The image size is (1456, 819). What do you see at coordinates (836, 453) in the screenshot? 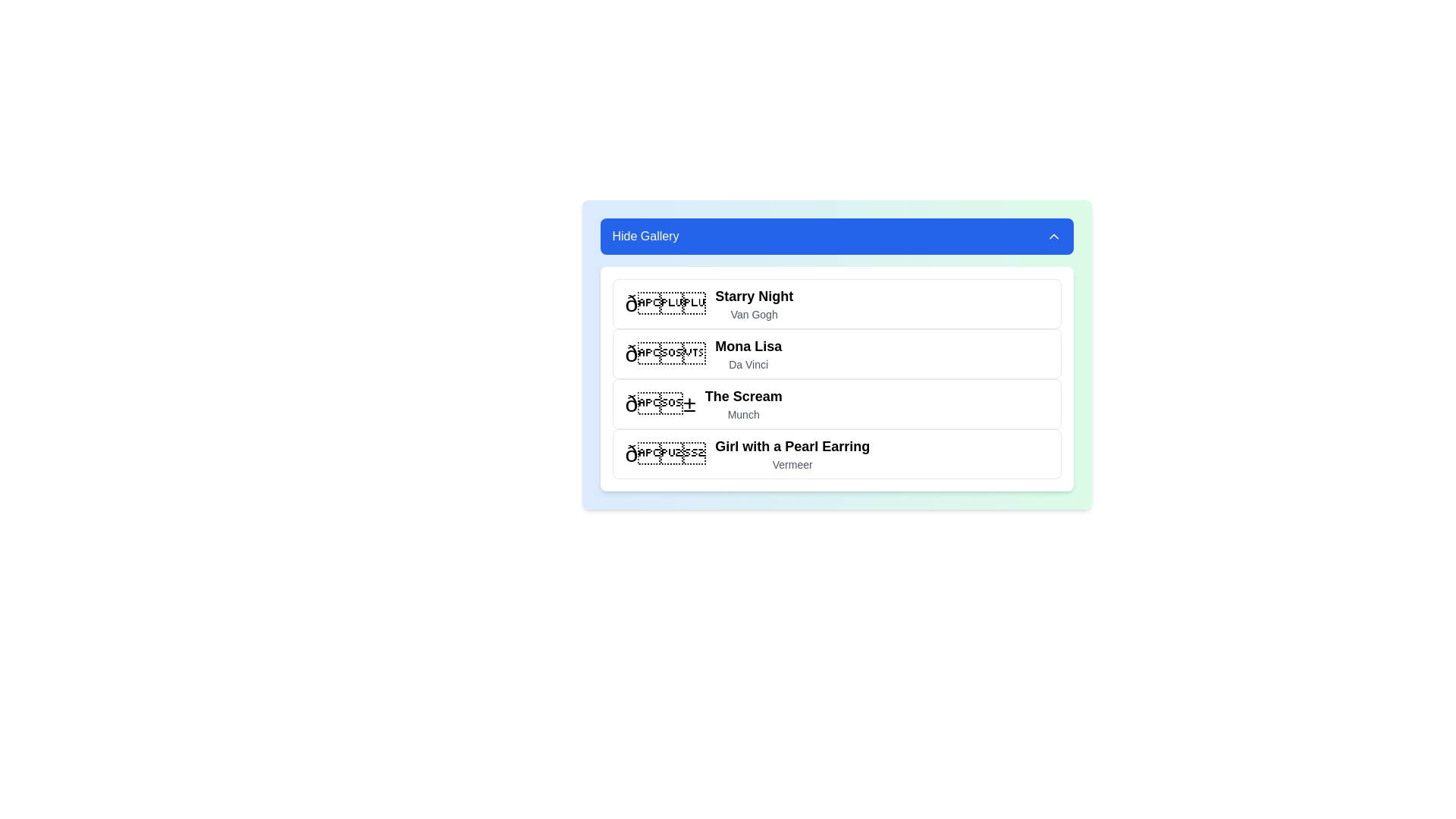
I see `the list item representing the painting 'Girl with a Pearl Earring'` at bounding box center [836, 453].